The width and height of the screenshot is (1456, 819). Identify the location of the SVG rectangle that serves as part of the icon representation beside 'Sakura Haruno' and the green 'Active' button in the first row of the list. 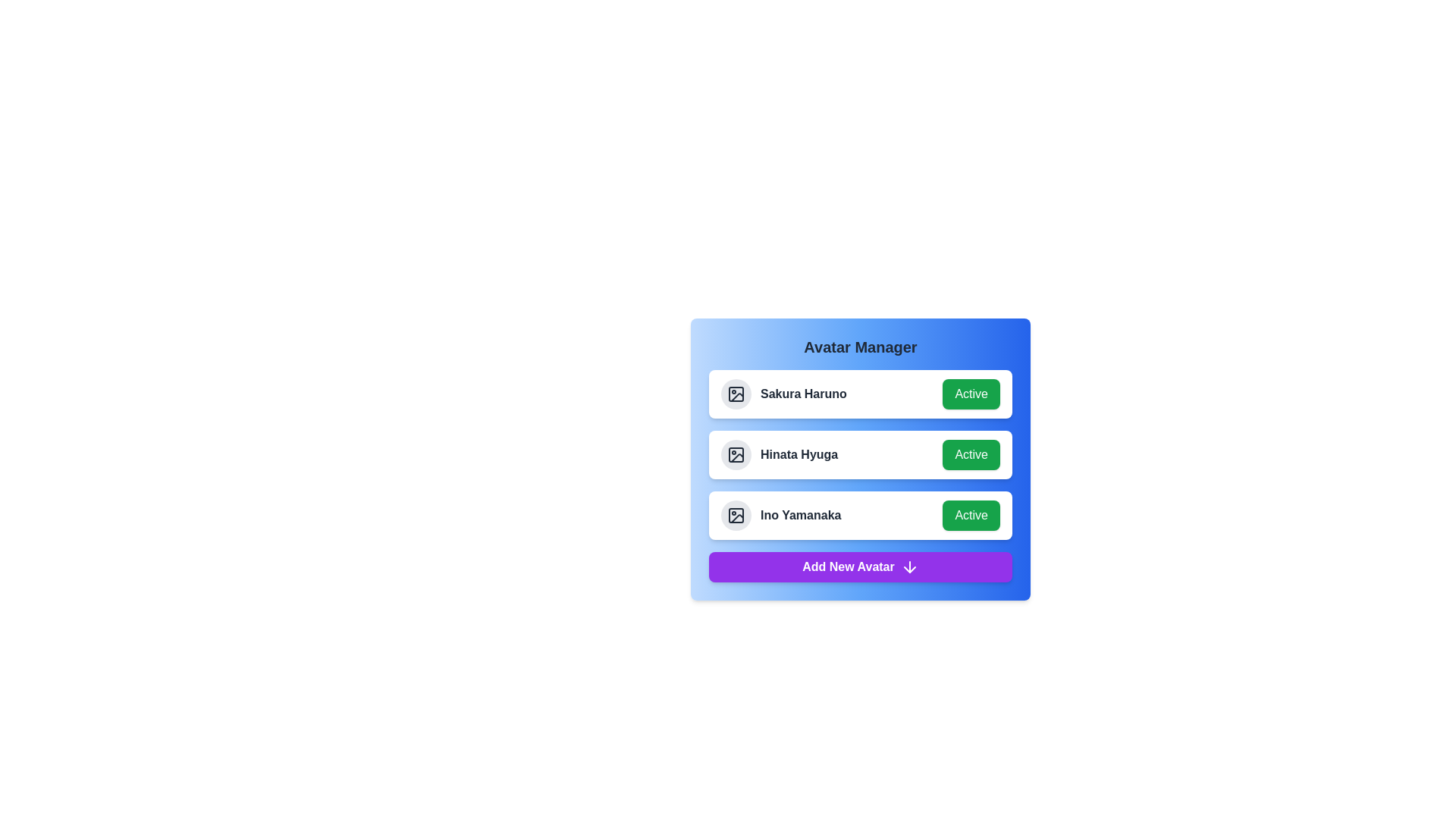
(736, 394).